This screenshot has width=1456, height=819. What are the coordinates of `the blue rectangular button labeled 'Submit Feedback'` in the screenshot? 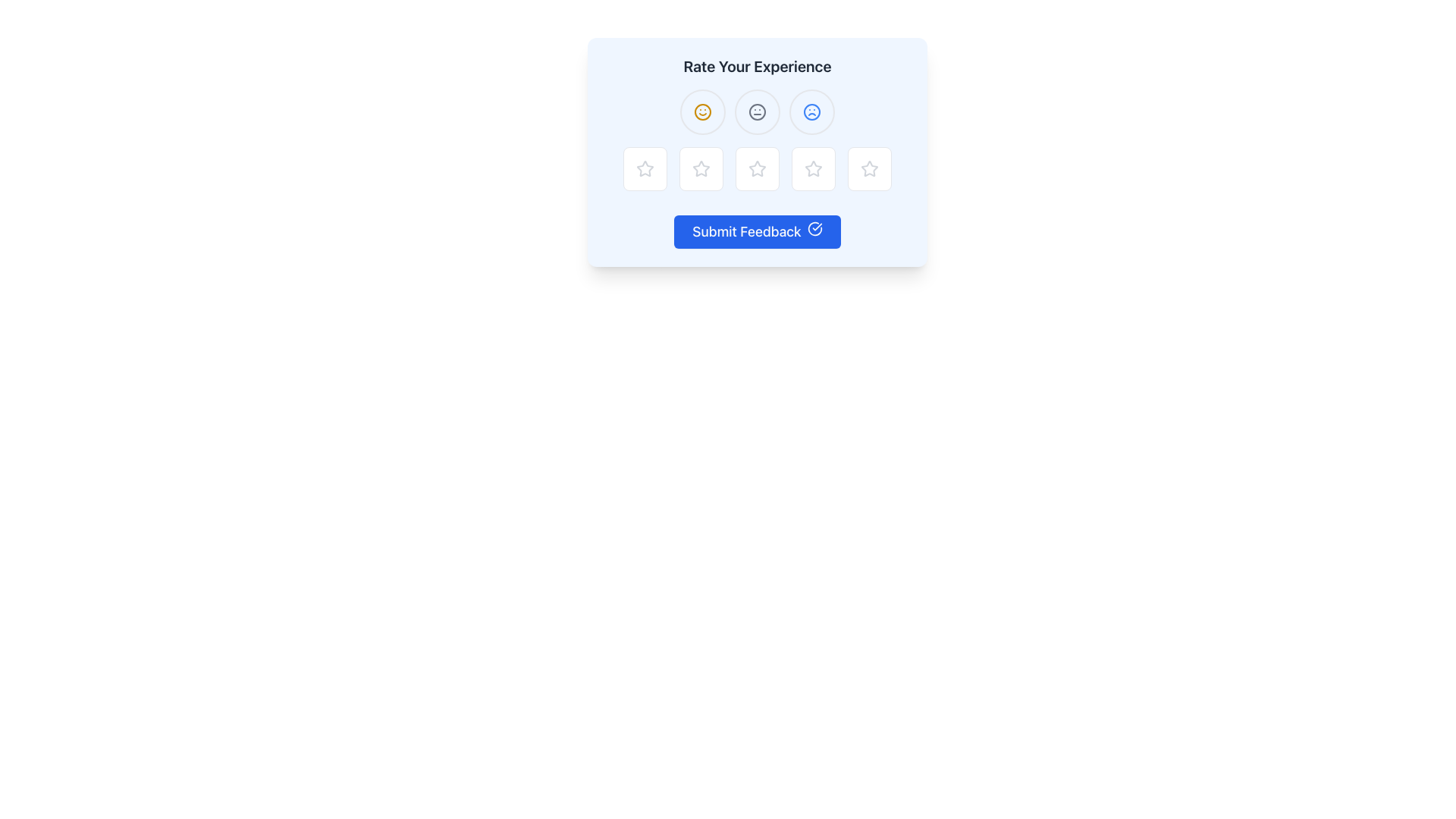 It's located at (757, 231).